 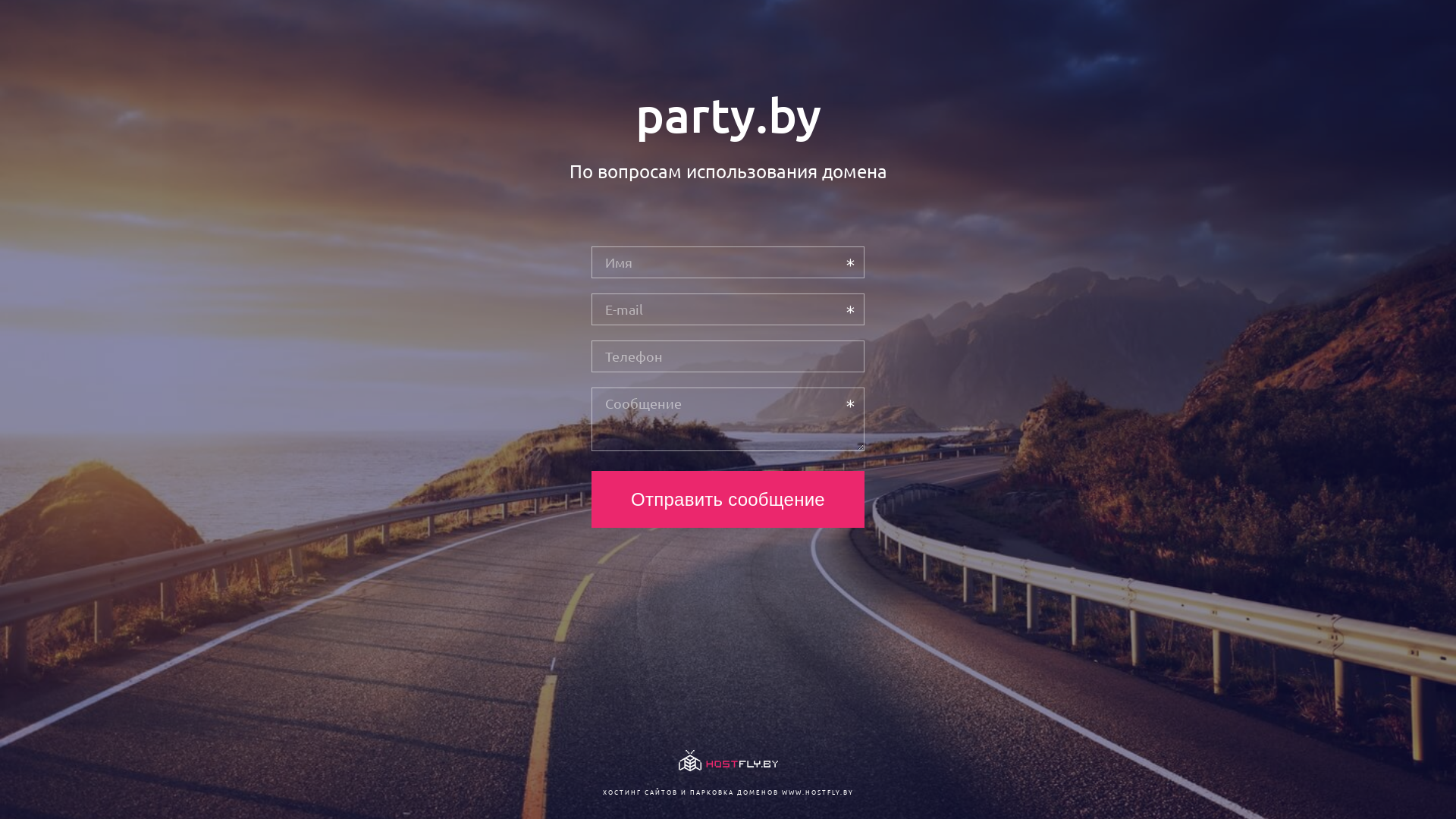 I want to click on 'WWW.HOSTFLY.BY', so click(x=781, y=791).